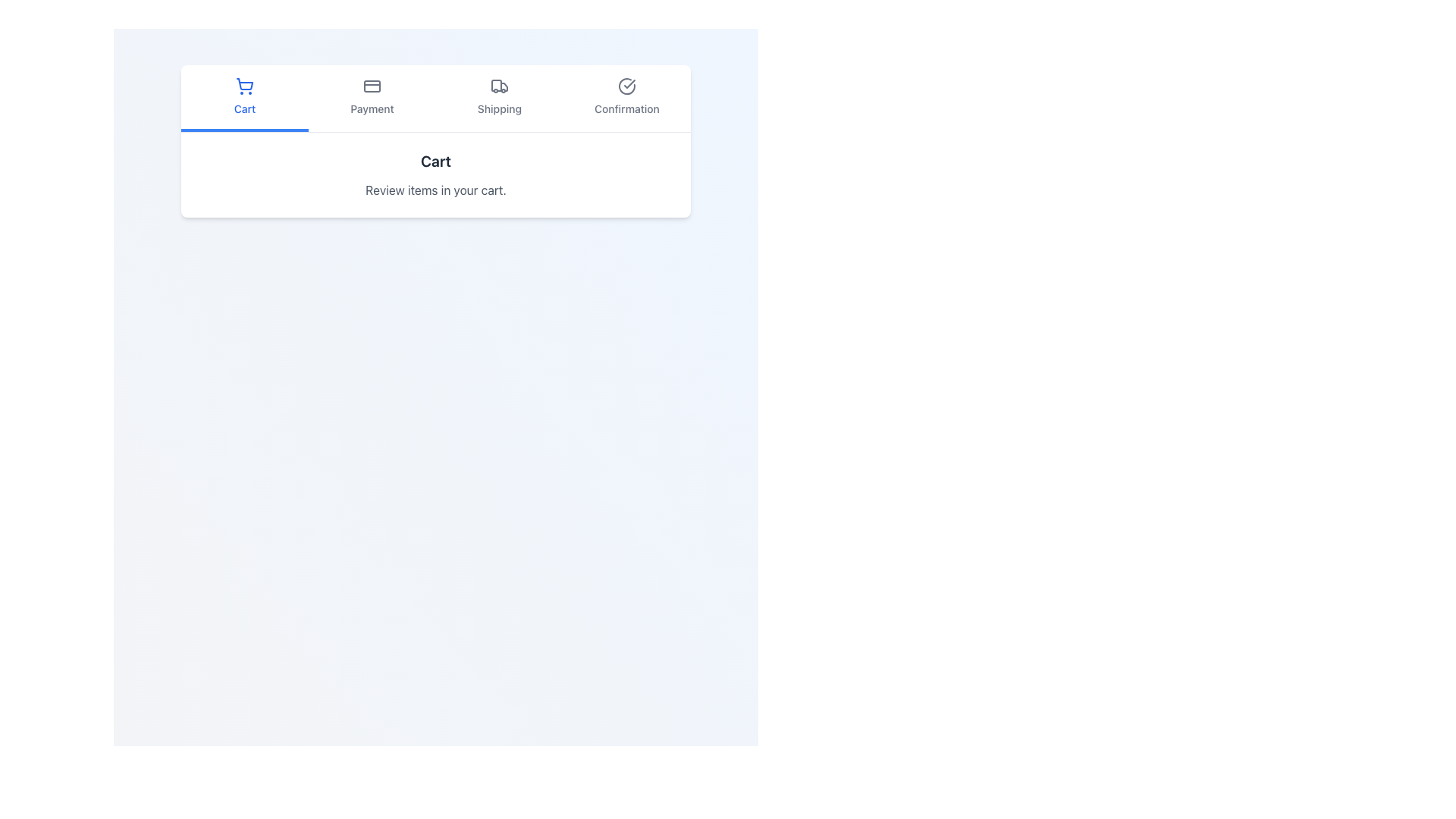 This screenshot has height=819, width=1456. What do you see at coordinates (435, 141) in the screenshot?
I see `the multi-step progress bar indicating the current step 'Cart'` at bounding box center [435, 141].